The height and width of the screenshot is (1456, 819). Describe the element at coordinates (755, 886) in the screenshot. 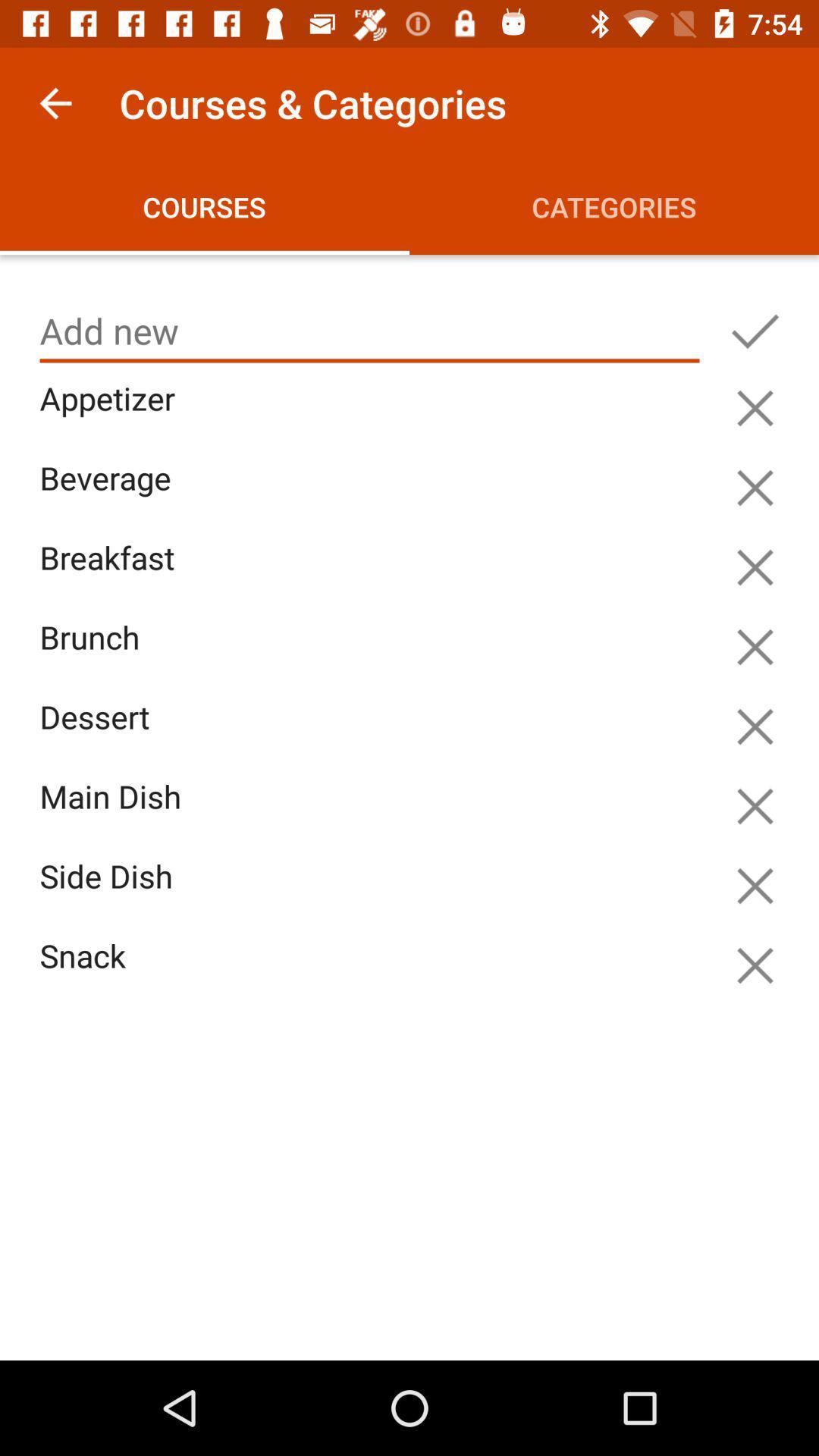

I see `remove side dish course` at that location.